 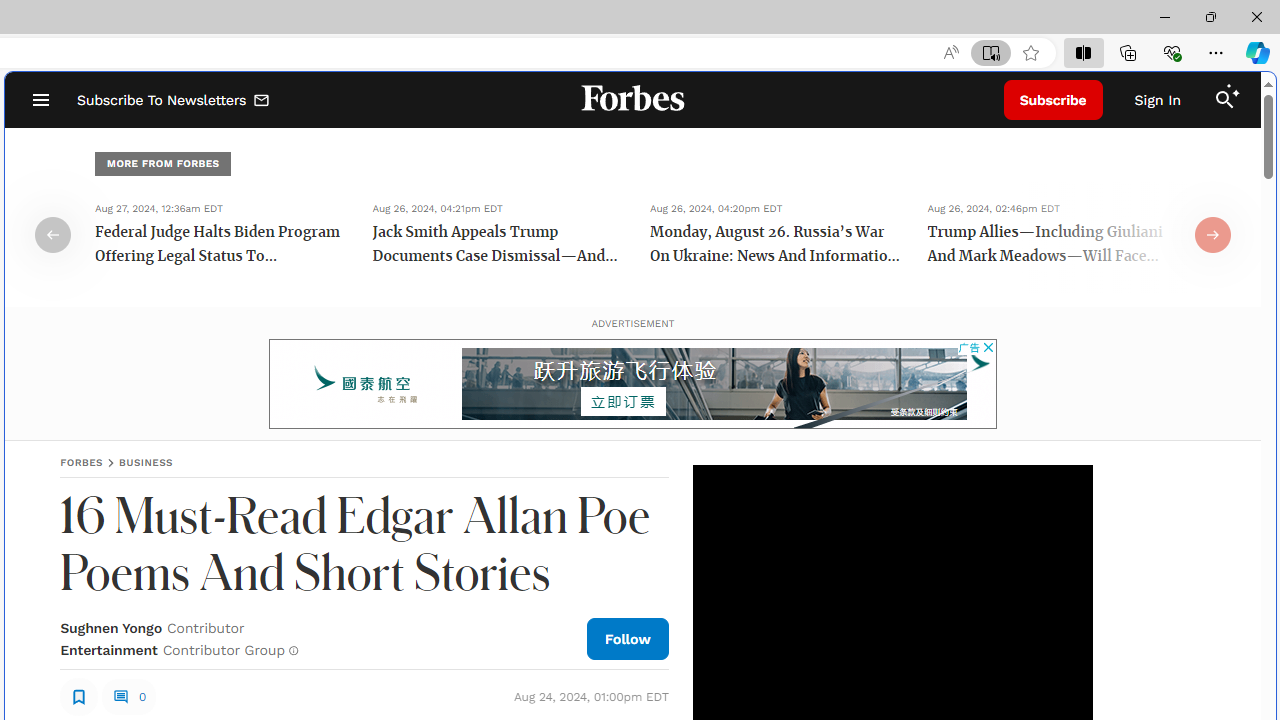 I want to click on '0', so click(x=128, y=695).